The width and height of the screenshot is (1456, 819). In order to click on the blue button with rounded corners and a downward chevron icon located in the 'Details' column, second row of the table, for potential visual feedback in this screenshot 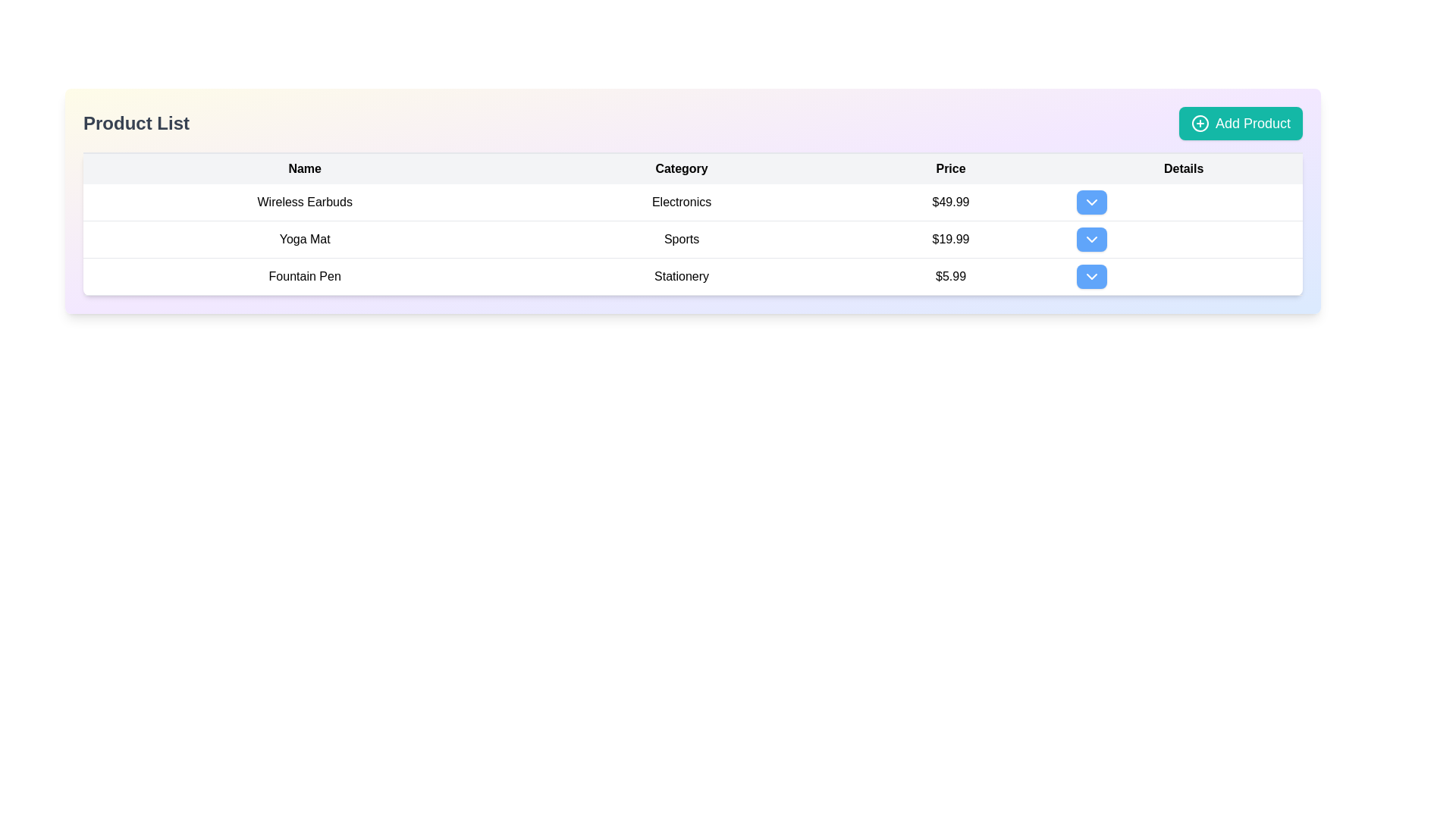, I will do `click(1092, 239)`.